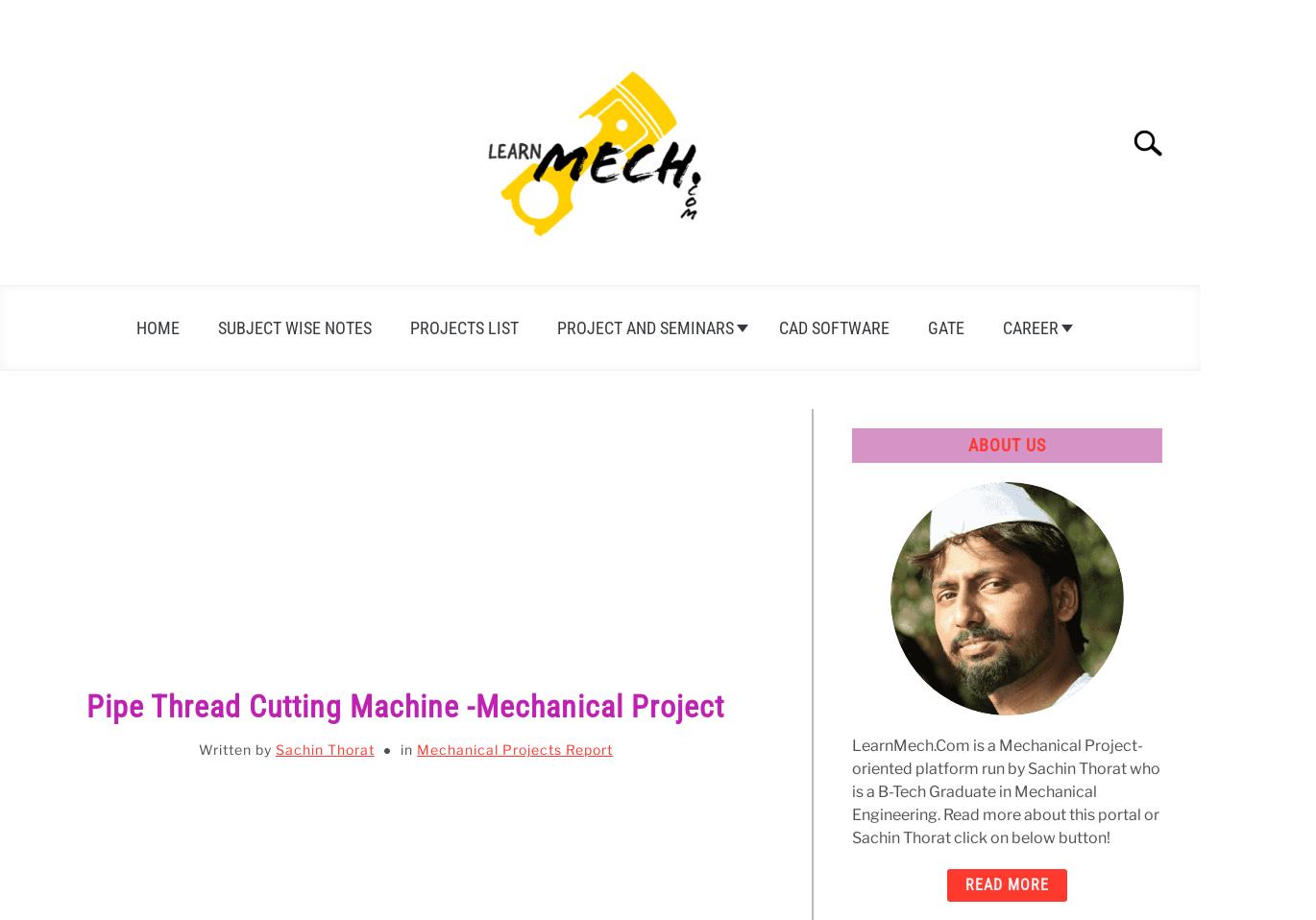  Describe the element at coordinates (1006, 884) in the screenshot. I see `'READ MORE'` at that location.